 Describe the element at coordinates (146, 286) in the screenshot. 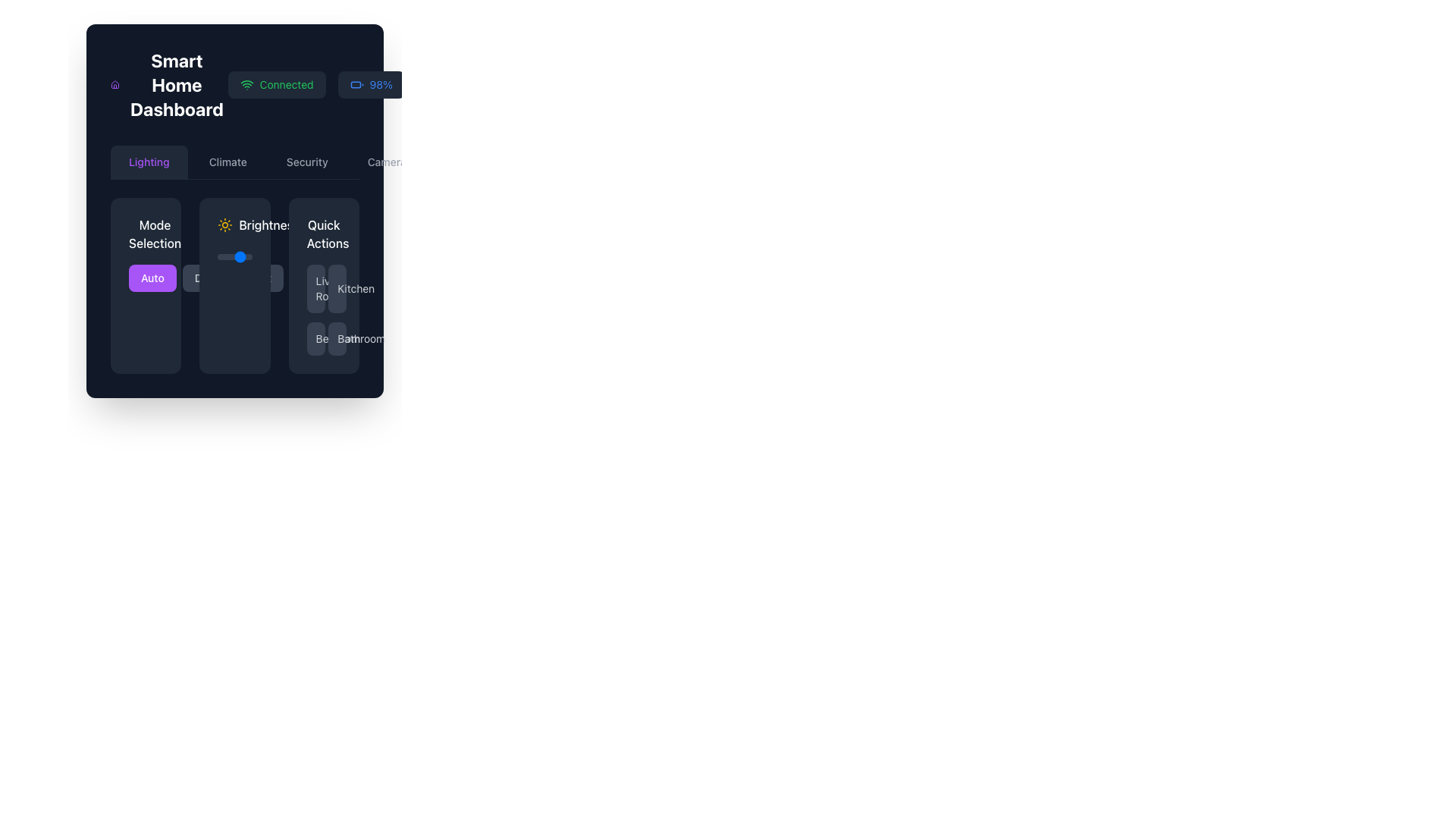

I see `the 'Auto' button located in the top-left corner of the dashboard` at that location.